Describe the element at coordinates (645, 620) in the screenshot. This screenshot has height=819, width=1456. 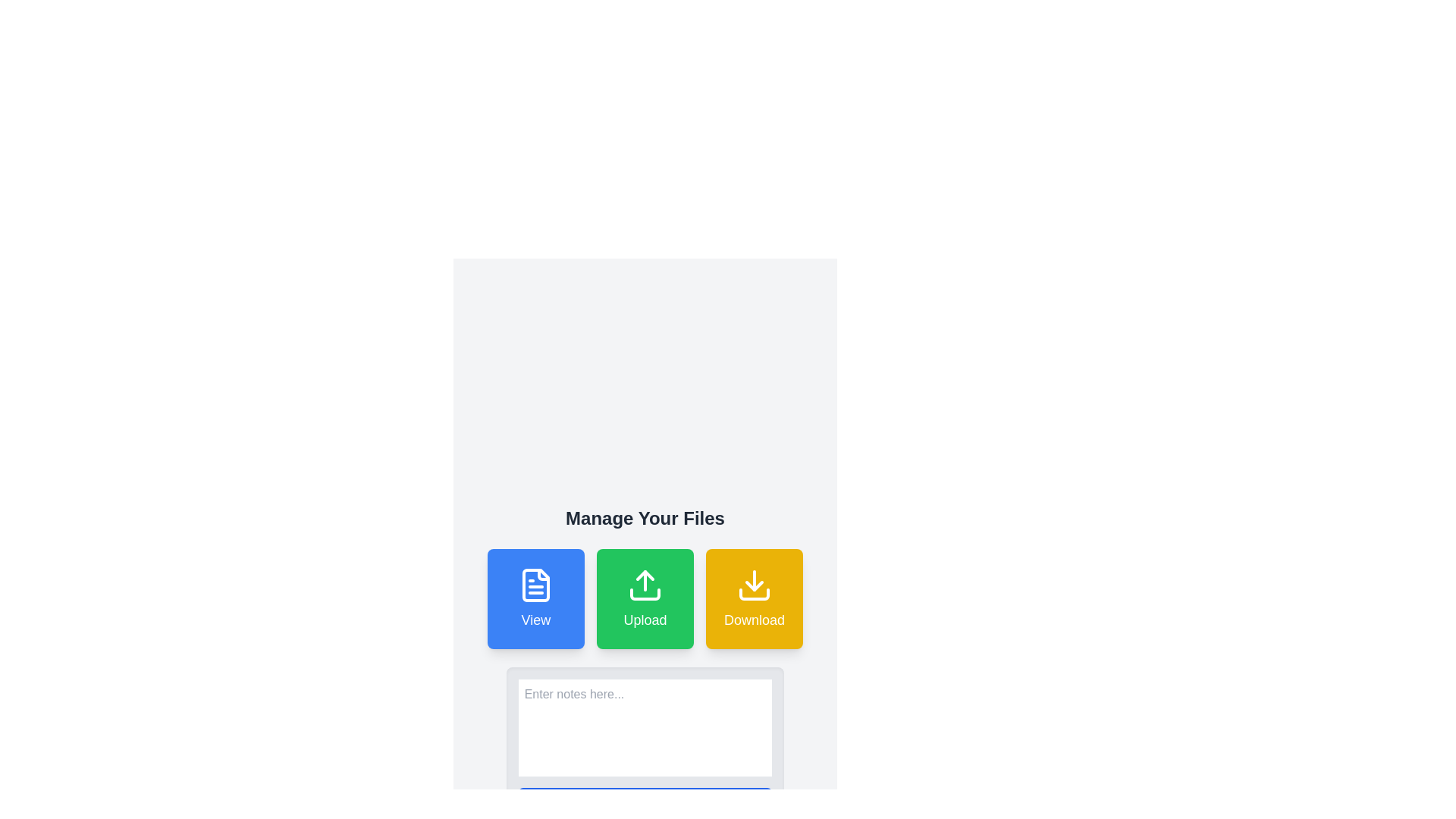
I see `the text label that describes the functionality of the 'Upload' button, located in the center of the green button` at that location.